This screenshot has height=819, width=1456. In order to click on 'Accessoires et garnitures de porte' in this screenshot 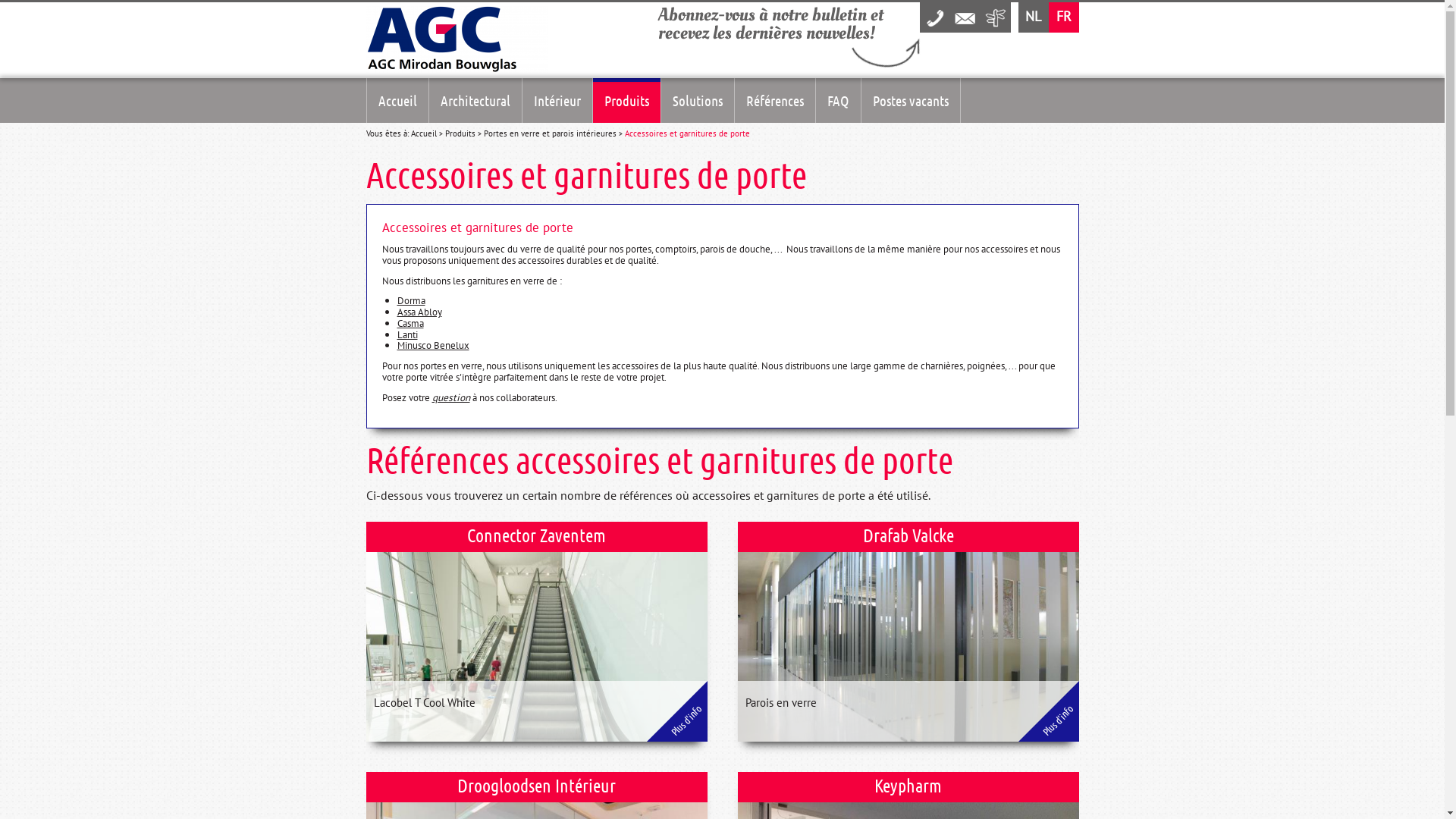, I will do `click(686, 133)`.